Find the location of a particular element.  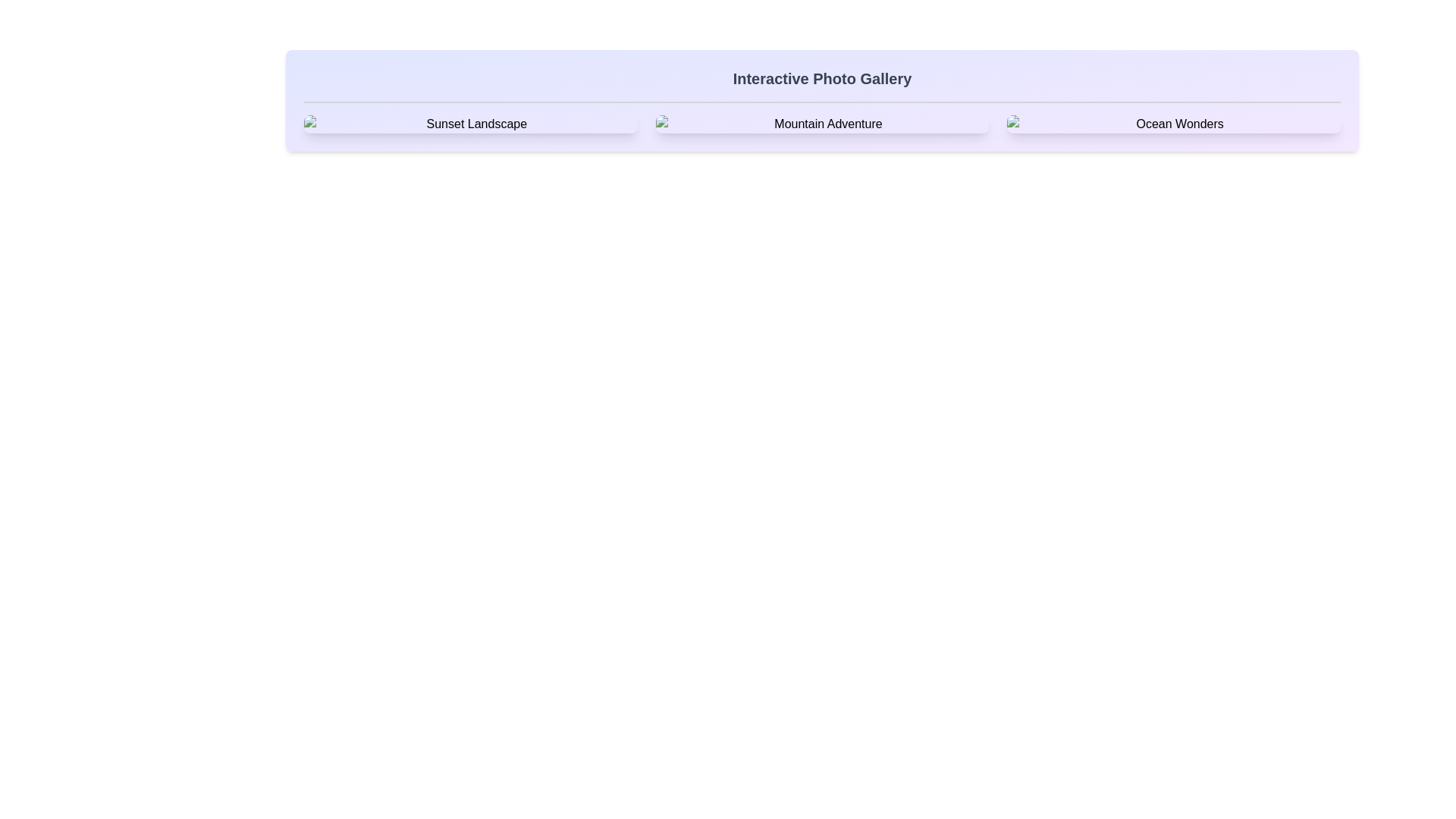

the 'Sunset Landscape' card in the Interactive Photo Gallery is located at coordinates (469, 124).